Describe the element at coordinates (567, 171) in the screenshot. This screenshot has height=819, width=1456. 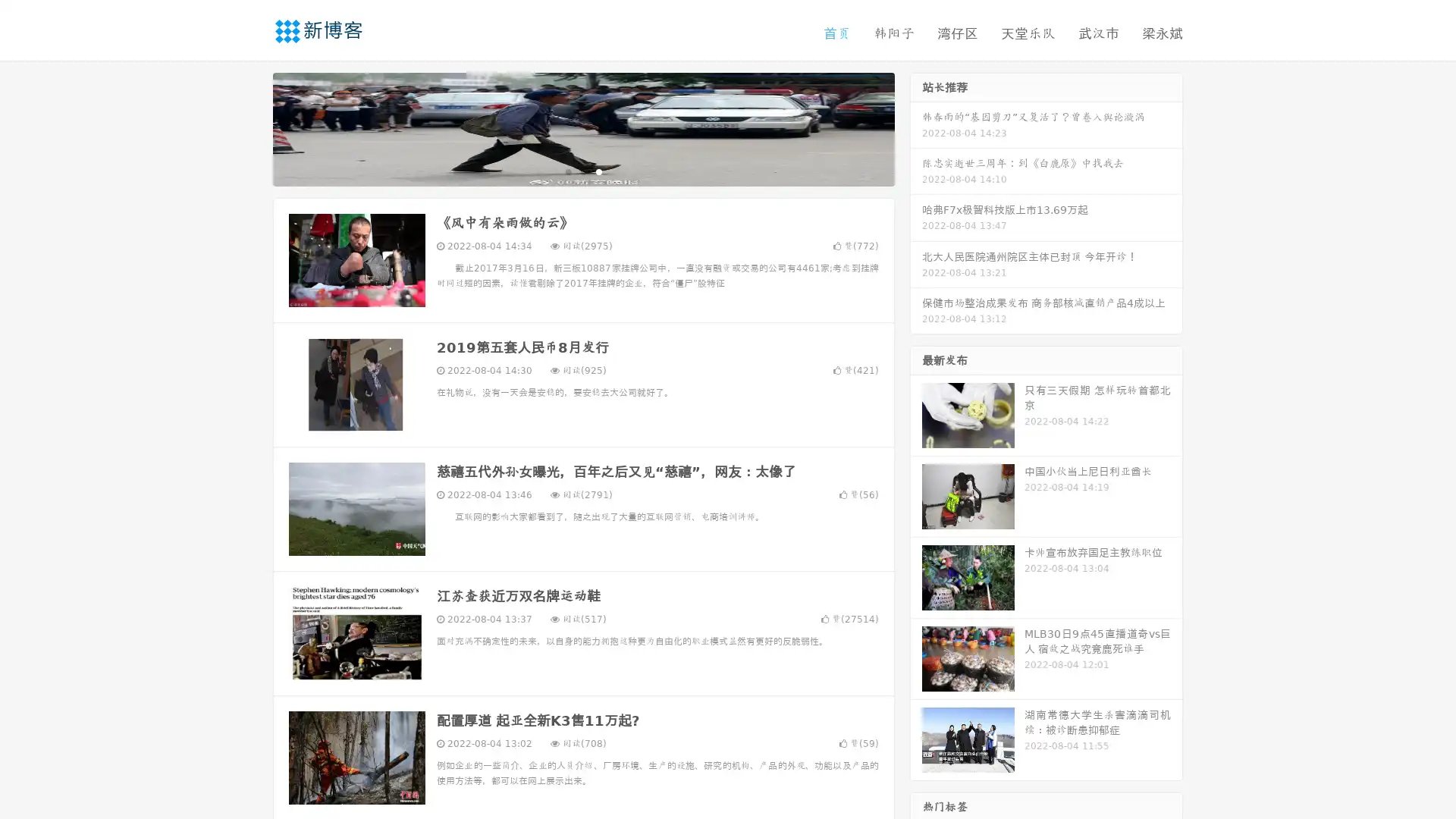
I see `Go to slide 1` at that location.